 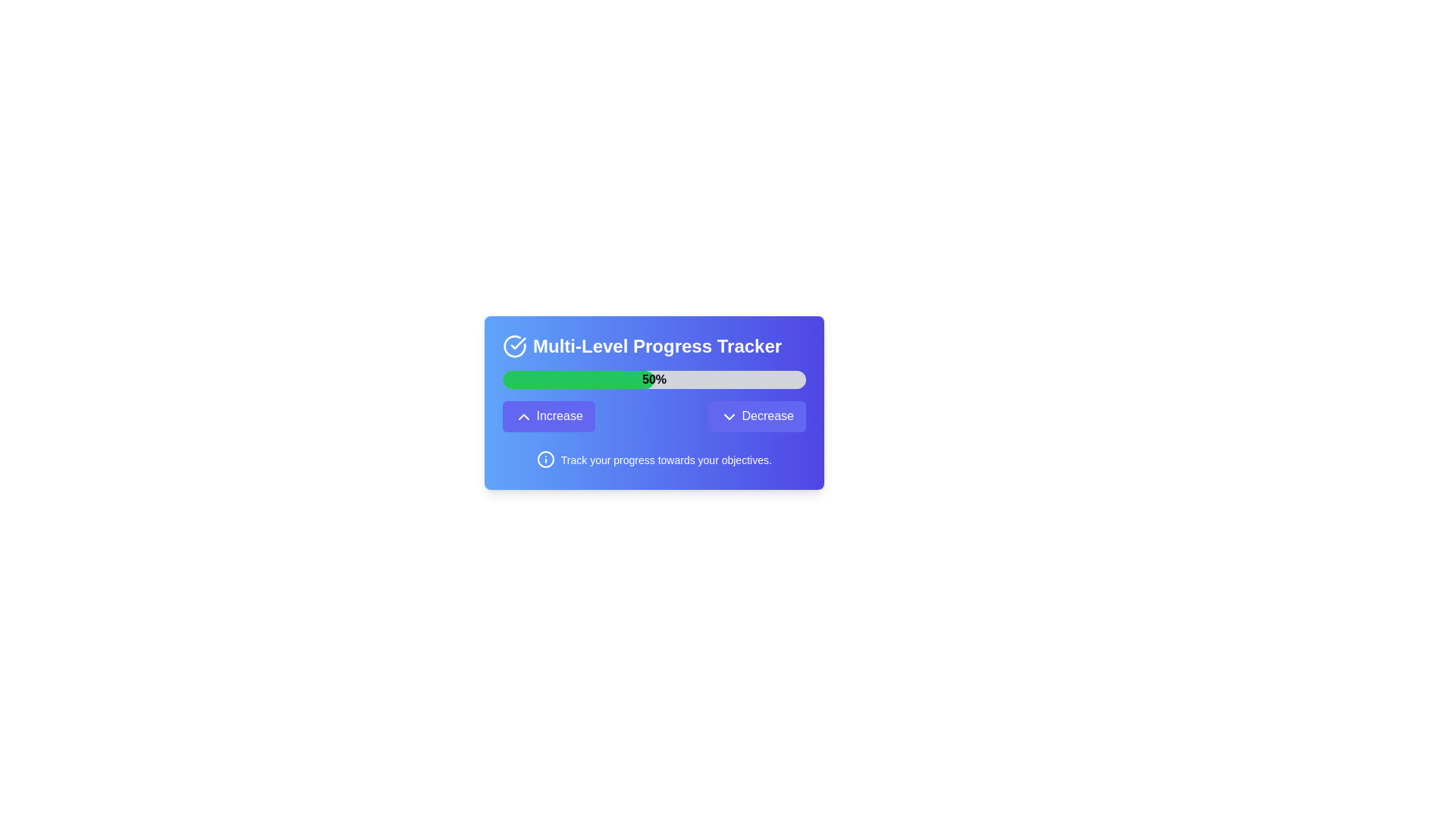 I want to click on the 'Decrease' button located on the right side of the 'Increase' button in the horizontal layout below the 'Multi-Level Progress Tracker' title, so click(x=757, y=416).